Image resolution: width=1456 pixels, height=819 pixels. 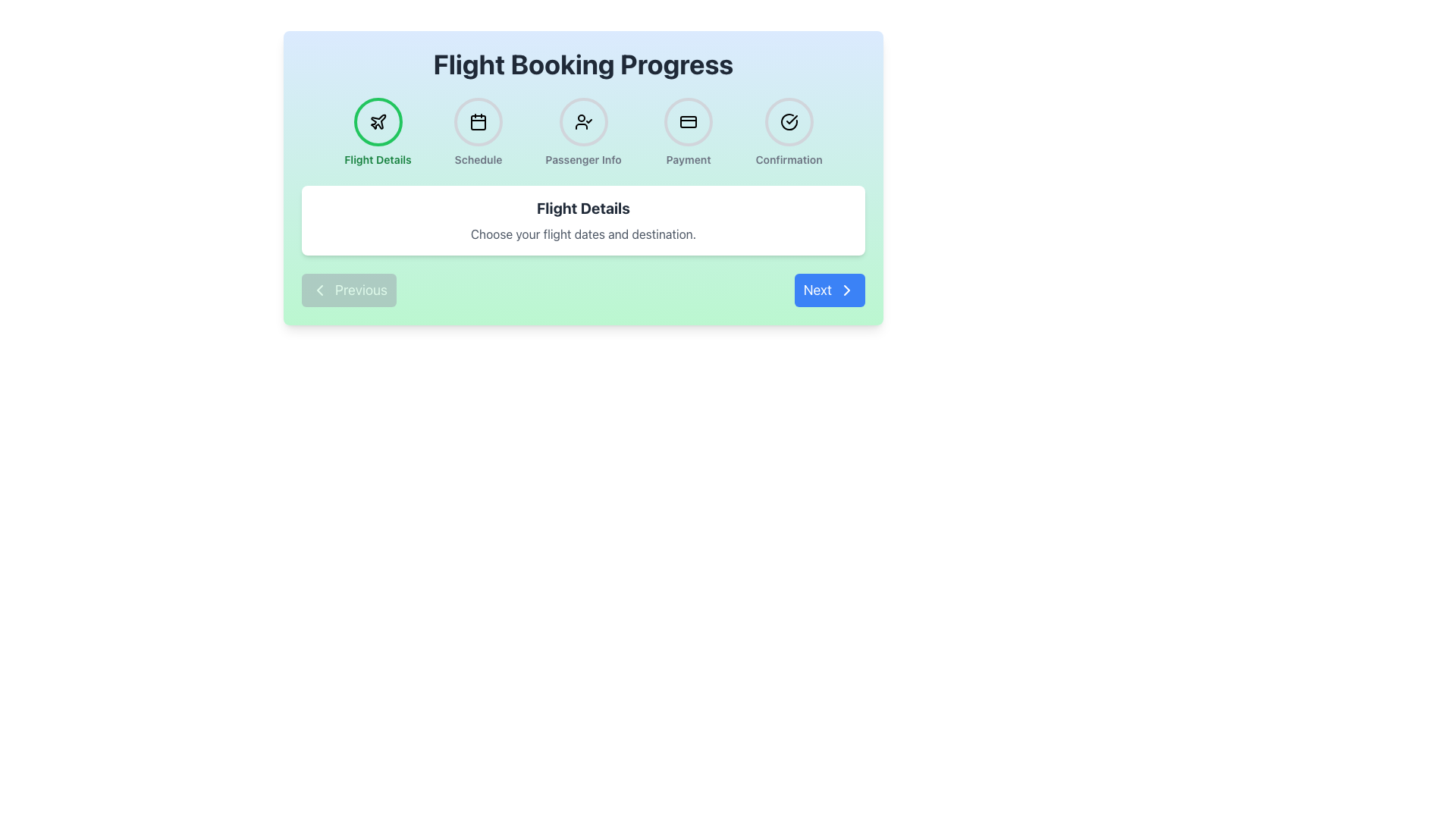 I want to click on the Icon Button with a circular border featuring a gray outline and a checkmark icon, located above the 'Confirmation' text, so click(x=789, y=121).